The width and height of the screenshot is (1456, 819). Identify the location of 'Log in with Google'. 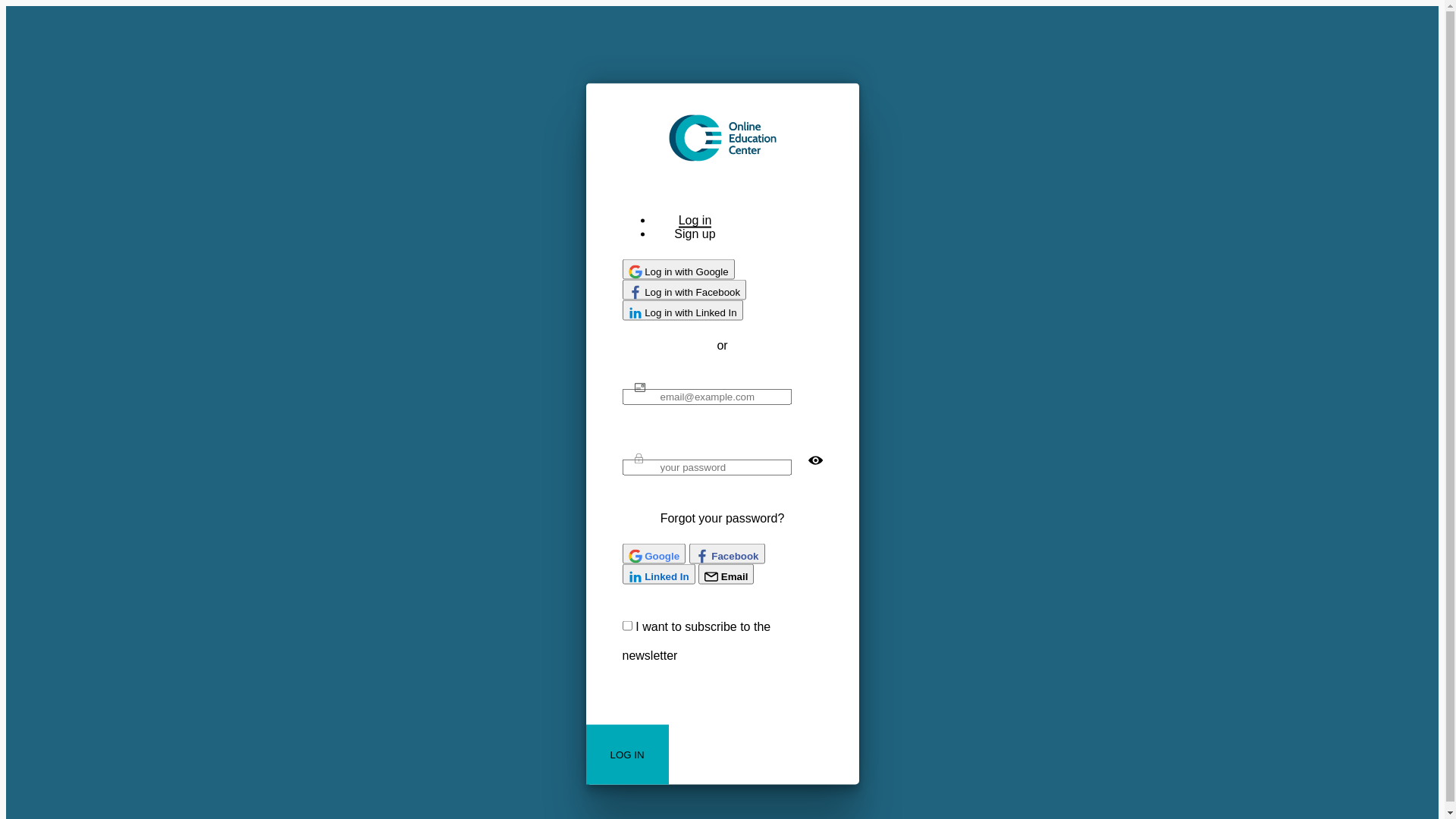
(676, 268).